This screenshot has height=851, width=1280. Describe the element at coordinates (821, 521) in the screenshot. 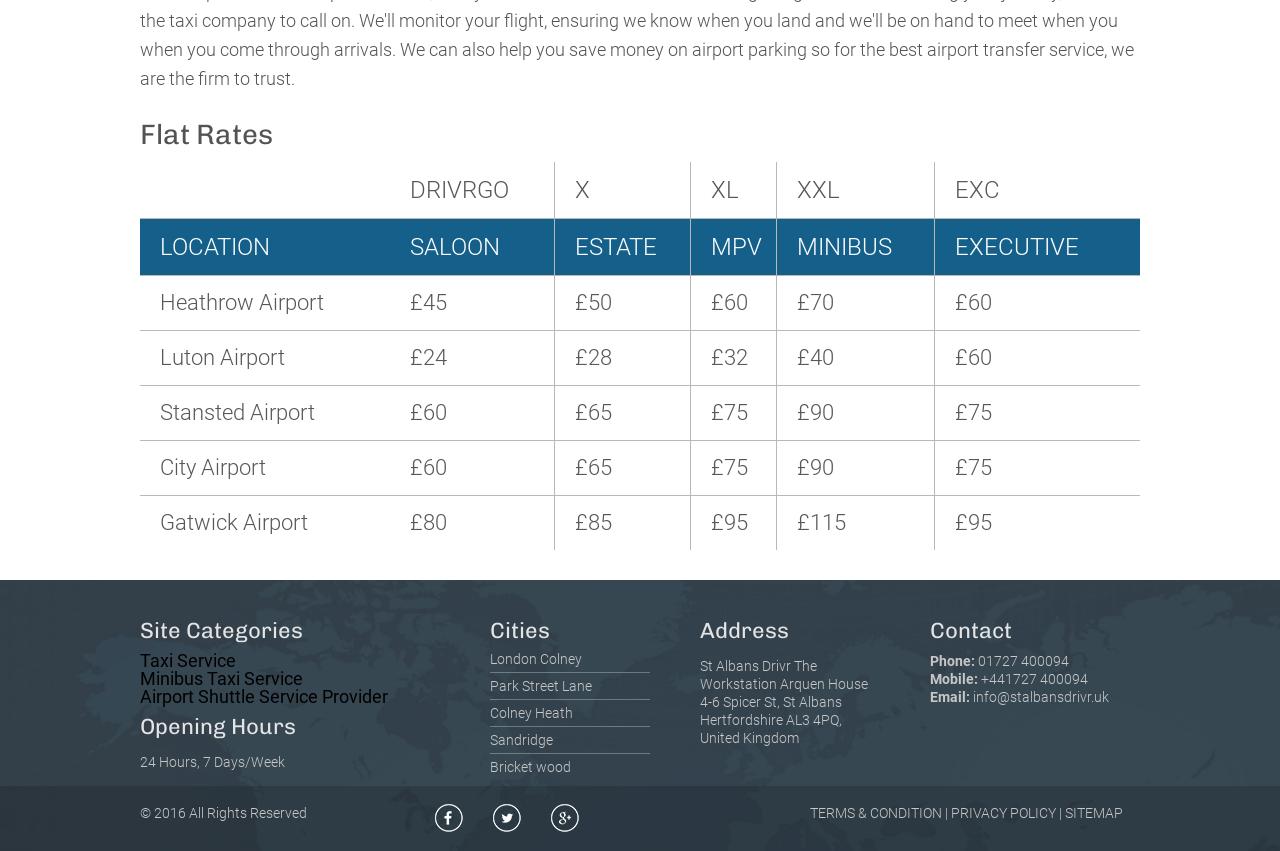

I see `'£115'` at that location.